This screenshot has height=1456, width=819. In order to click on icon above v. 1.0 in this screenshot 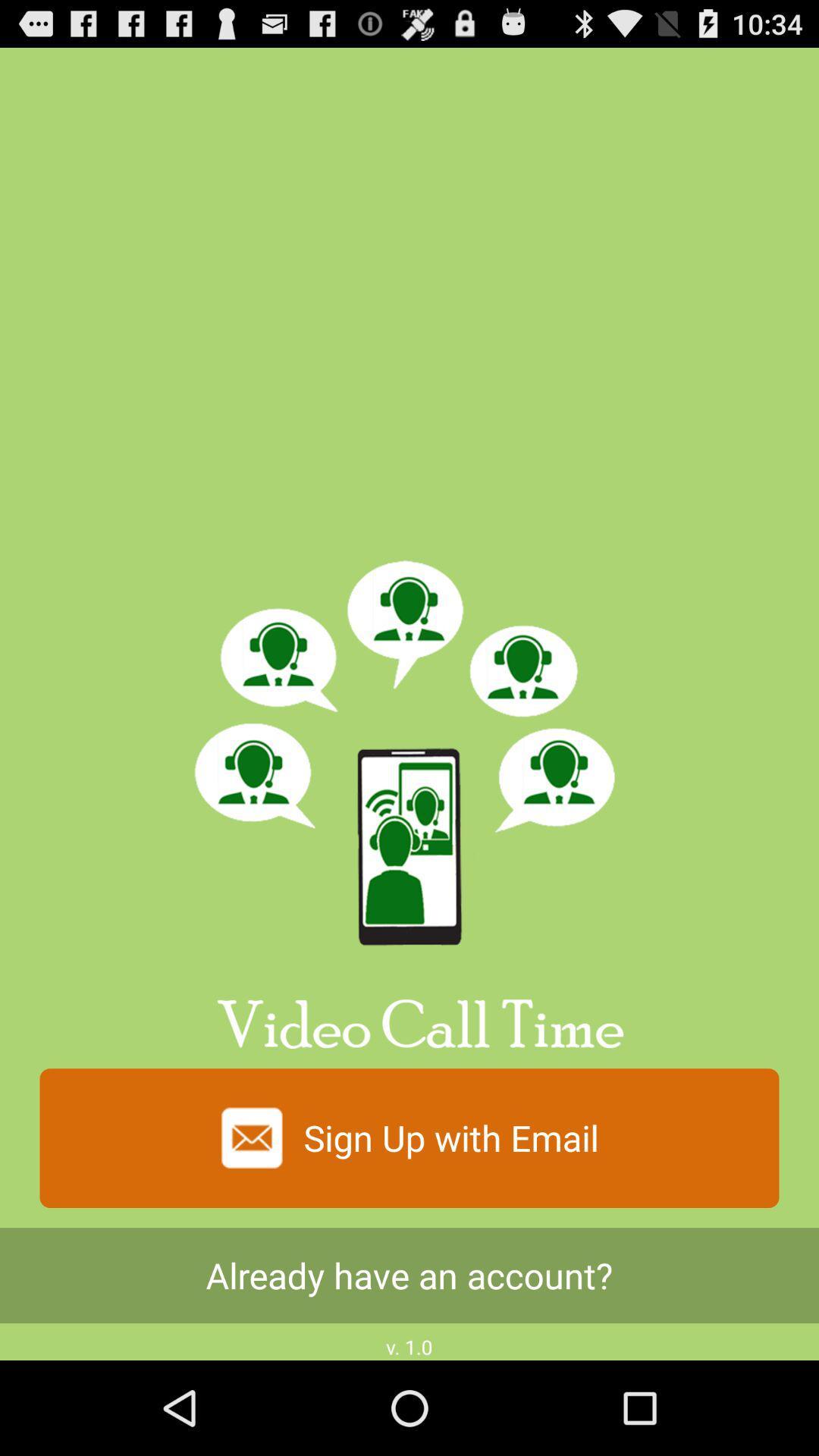, I will do `click(409, 1275)`.